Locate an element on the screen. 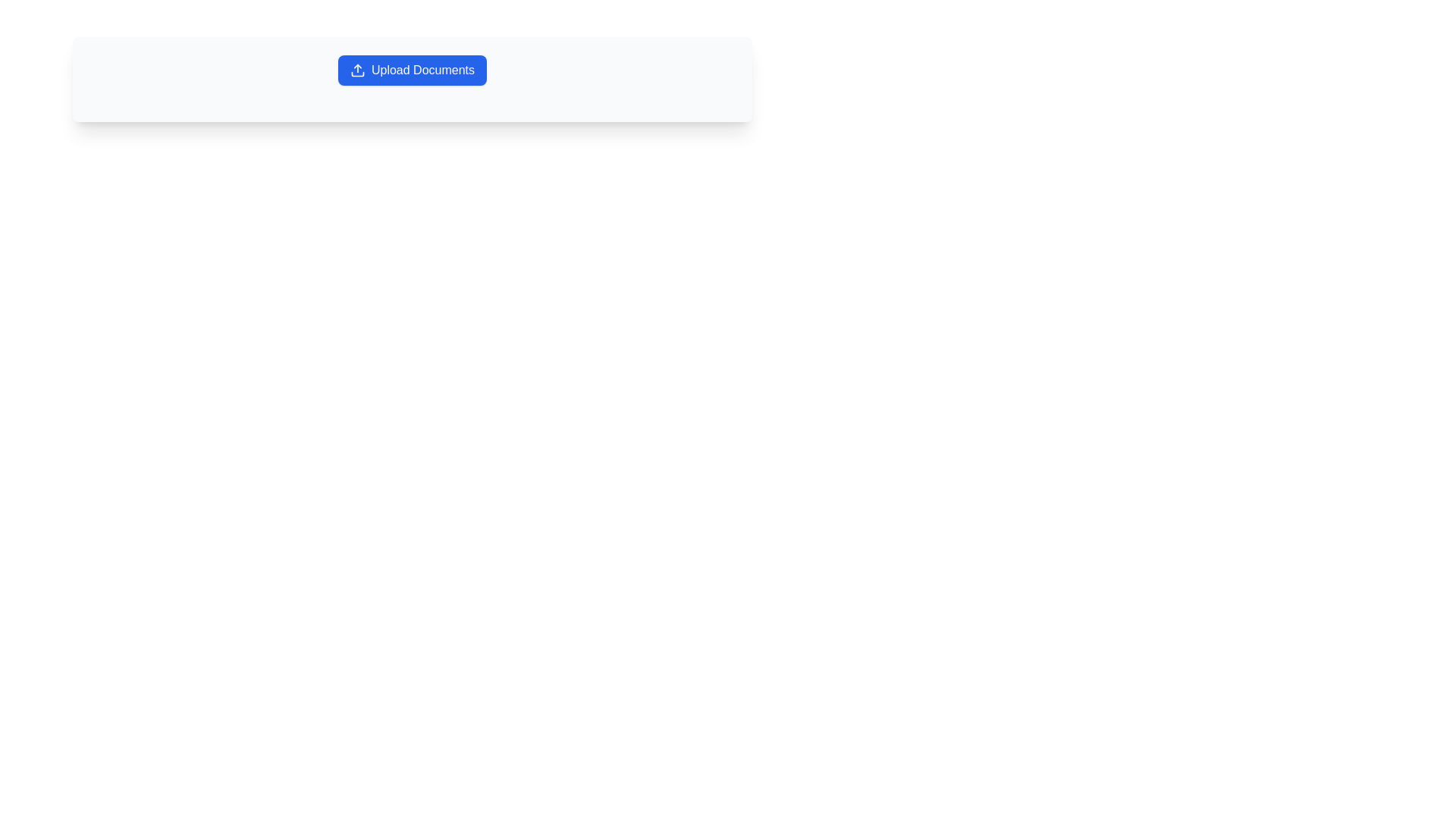 The image size is (1456, 819). the lower part of the upload icon within the 'Upload Documents' button is located at coordinates (356, 74).